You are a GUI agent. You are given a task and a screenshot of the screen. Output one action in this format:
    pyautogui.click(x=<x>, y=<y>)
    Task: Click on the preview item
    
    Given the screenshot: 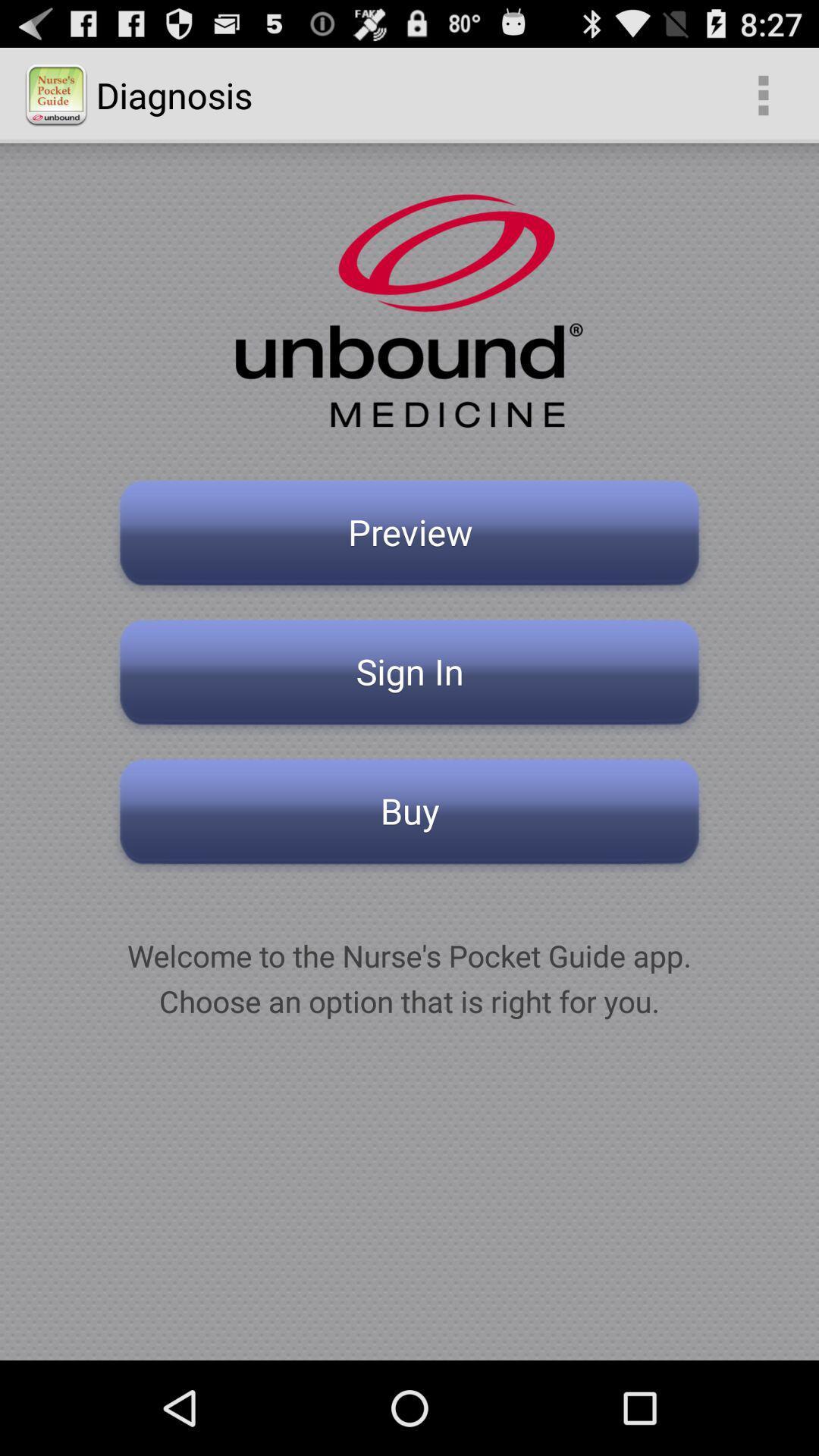 What is the action you would take?
    pyautogui.click(x=409, y=537)
    